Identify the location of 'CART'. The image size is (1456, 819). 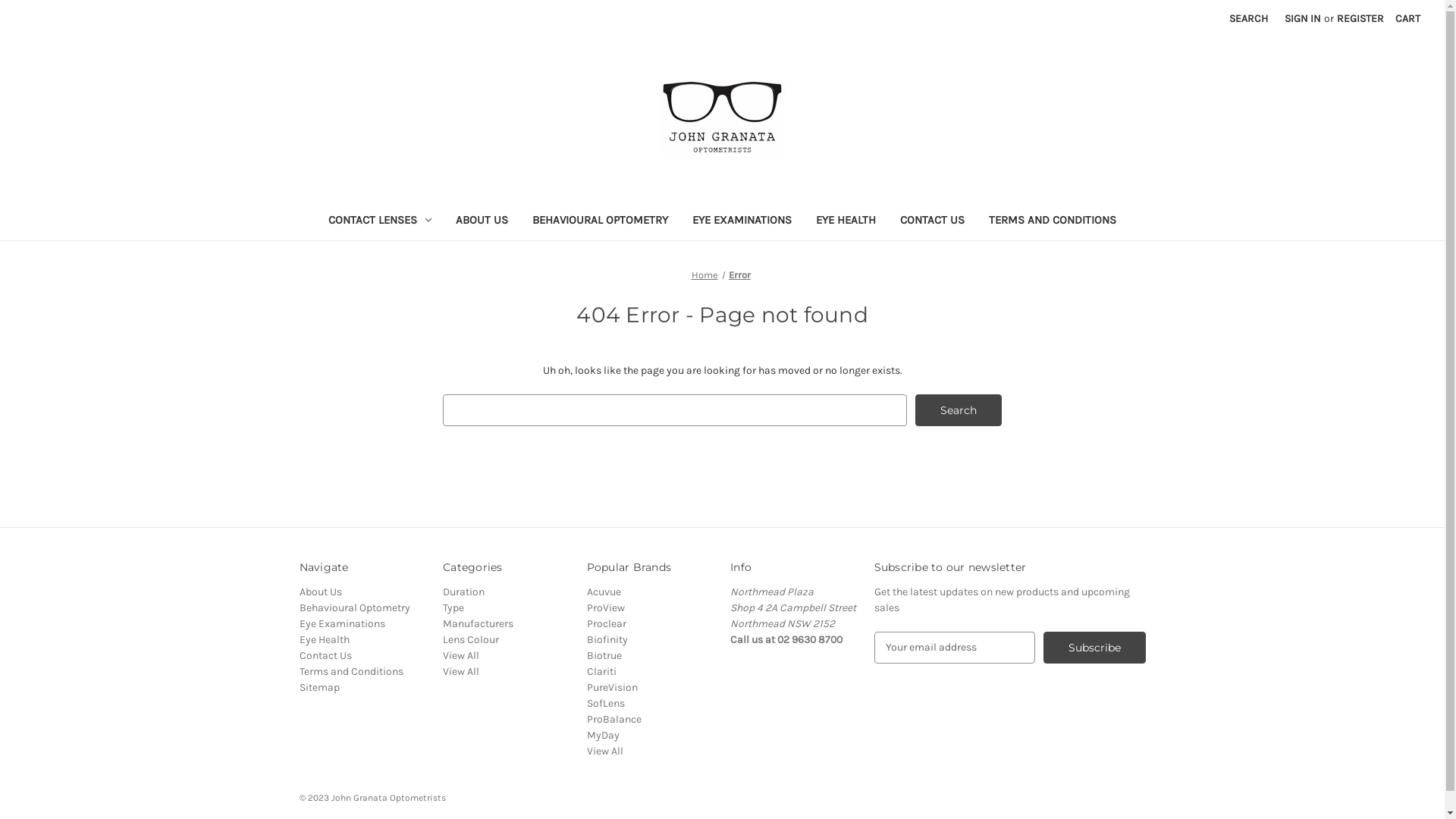
(1407, 18).